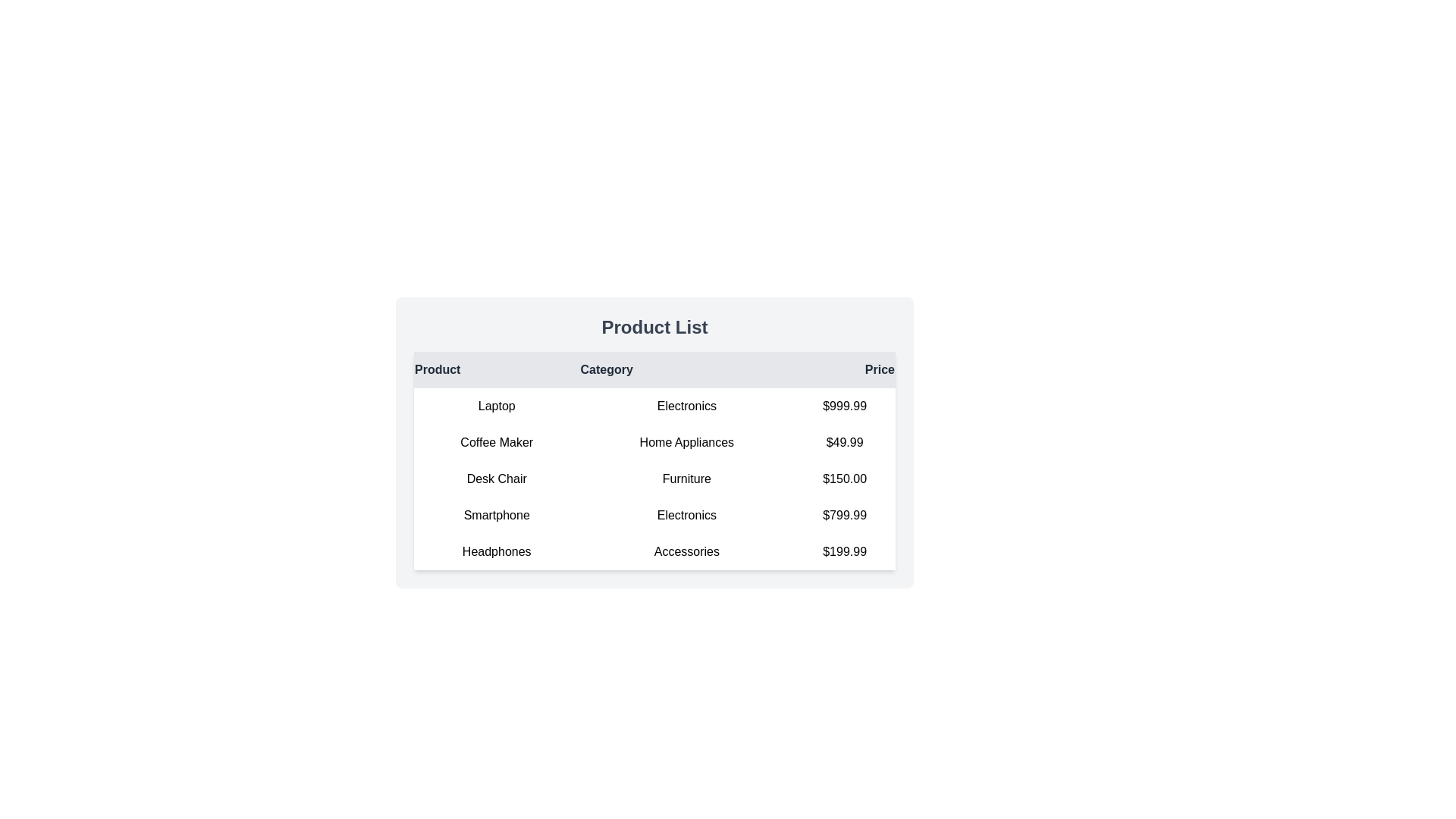  I want to click on text content of the table row displaying the product 'Headphones' in the last row of the product list under the 'Product List' header, so click(654, 552).